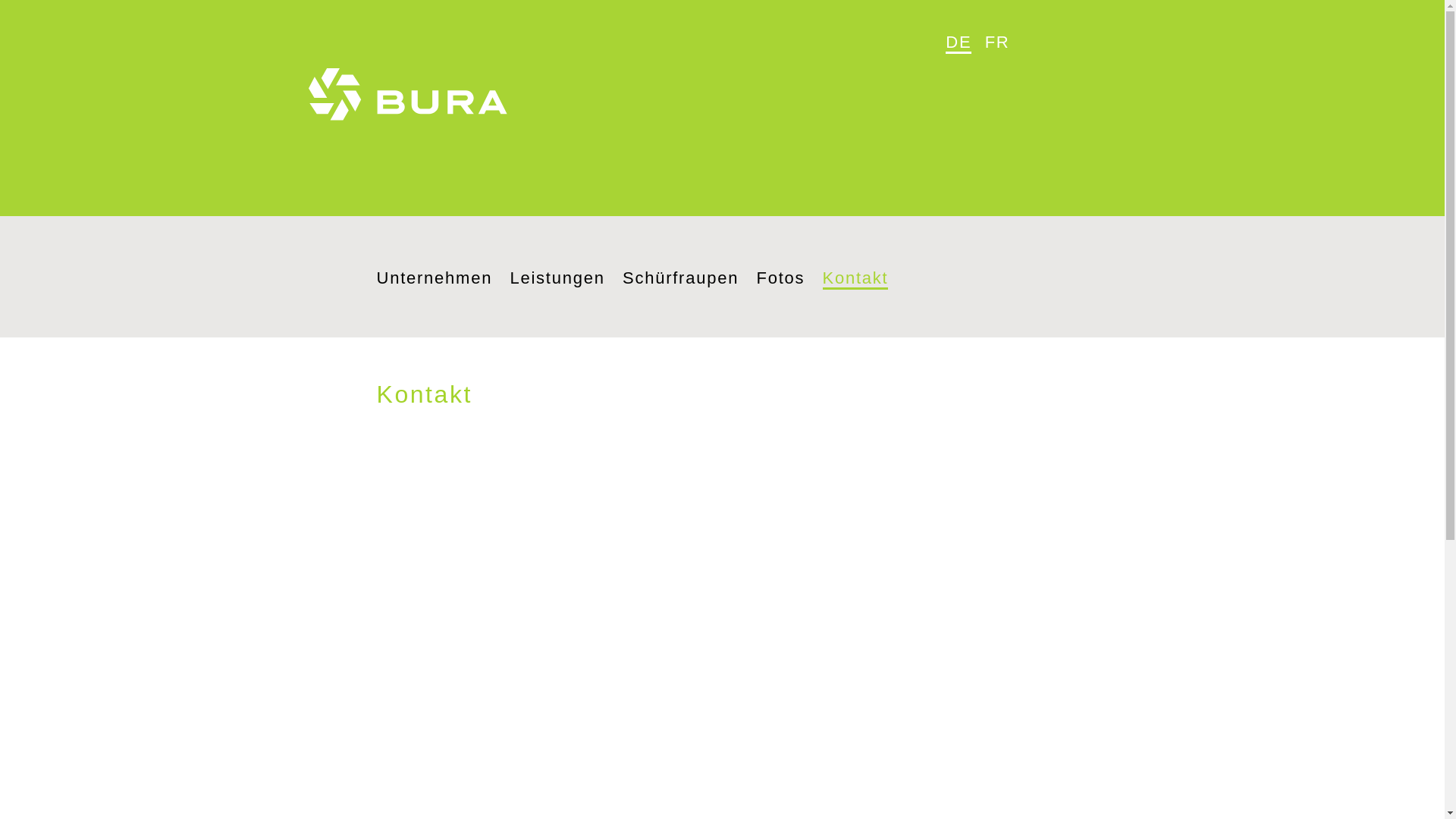  What do you see at coordinates (375, 278) in the screenshot?
I see `'Unternehmen'` at bounding box center [375, 278].